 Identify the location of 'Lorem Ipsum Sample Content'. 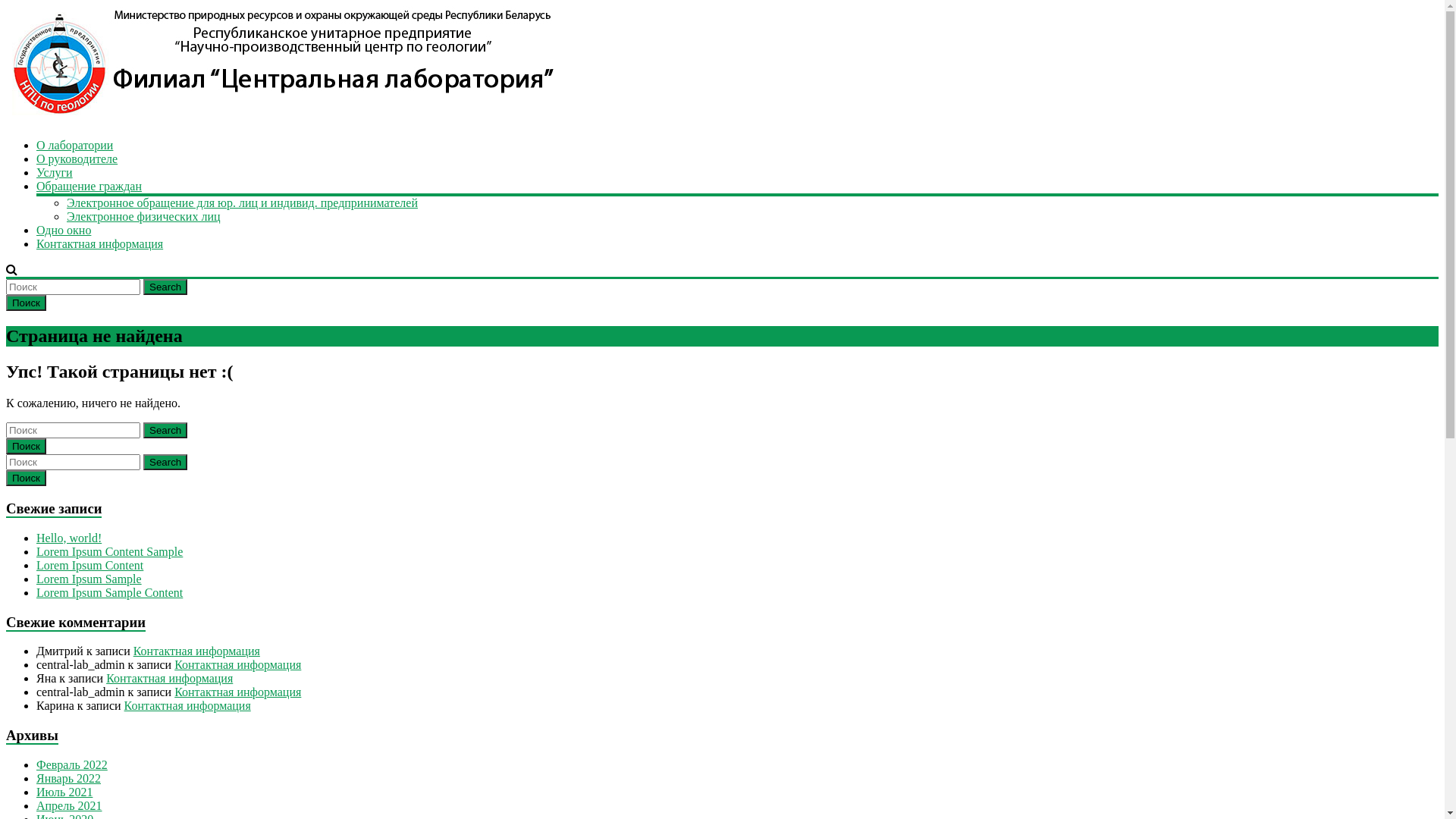
(108, 591).